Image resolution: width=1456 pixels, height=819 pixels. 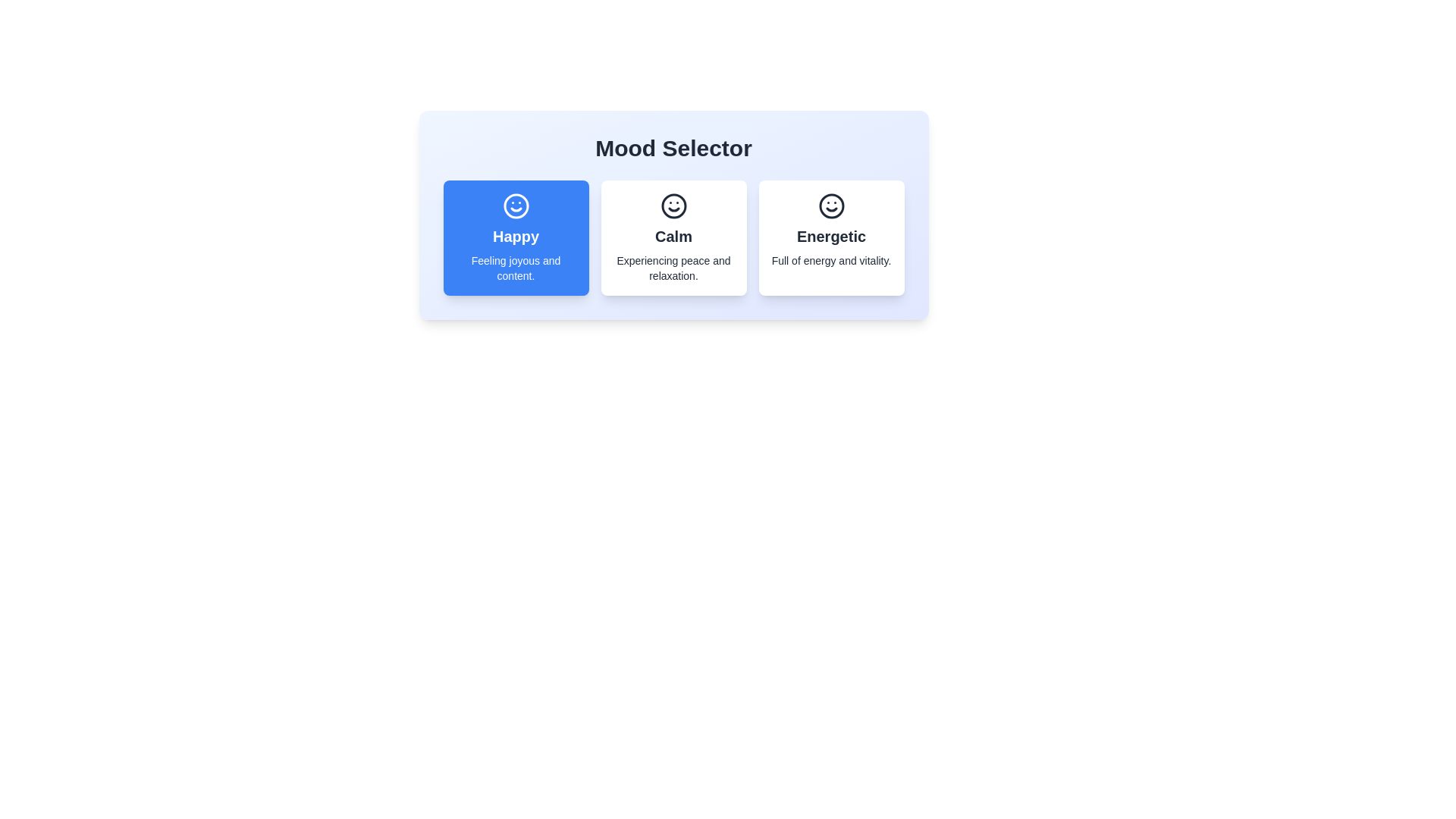 I want to click on the mood card corresponding to Happy, so click(x=516, y=237).